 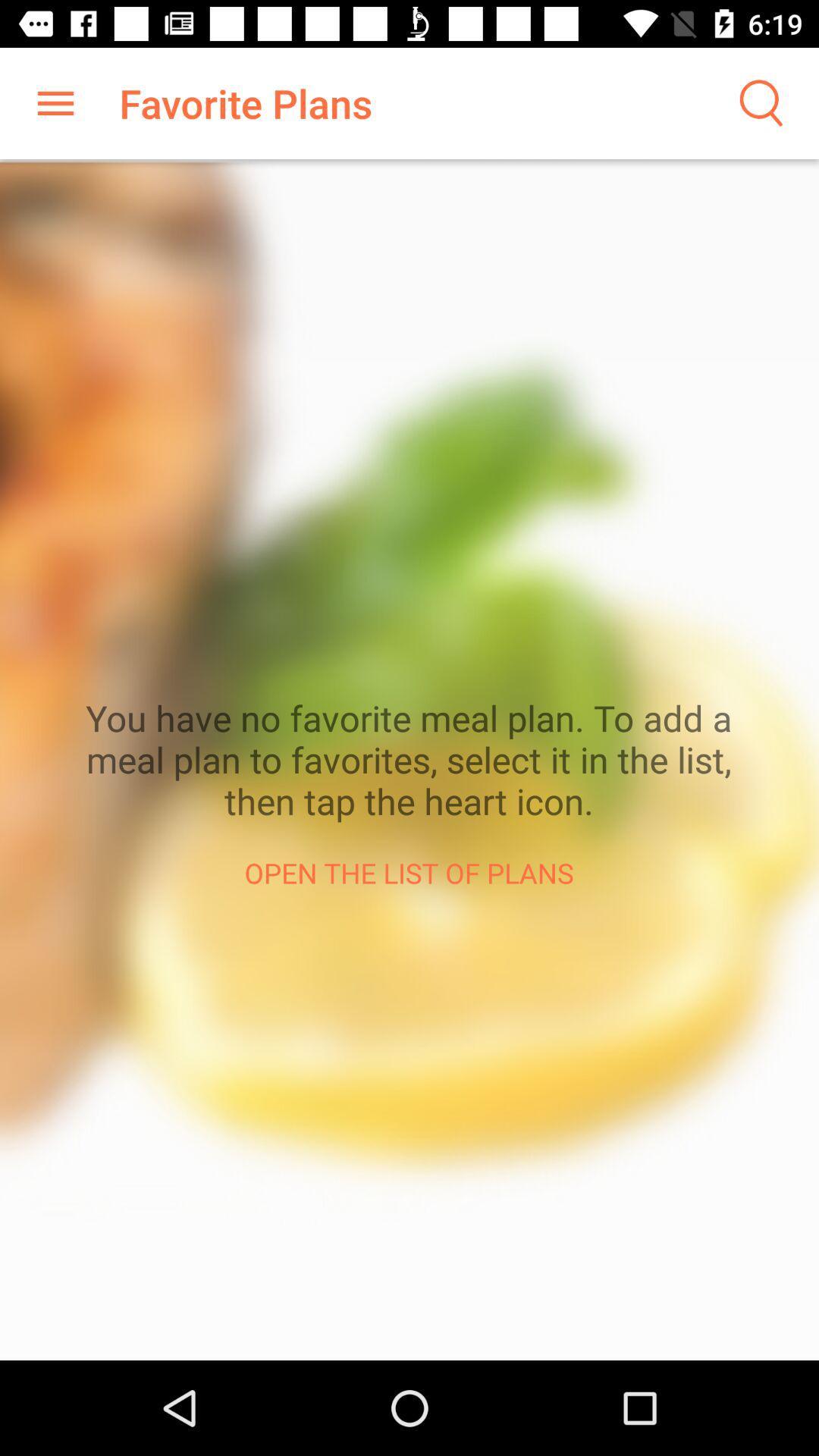 I want to click on look for more, so click(x=759, y=102).